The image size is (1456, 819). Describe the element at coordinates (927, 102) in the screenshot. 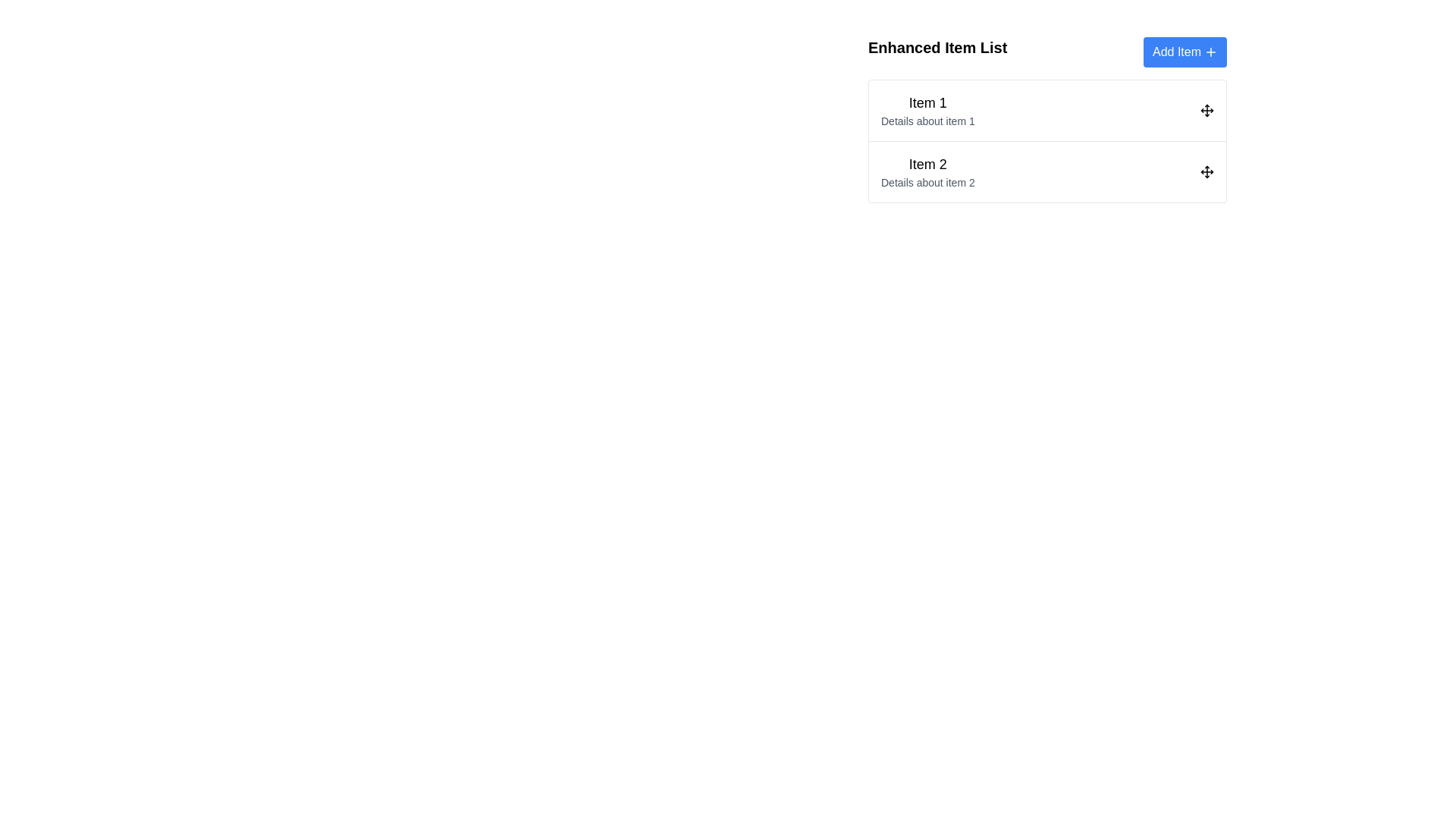

I see `the Text Label that serves as the title for the first item in the Enhanced Item List` at that location.